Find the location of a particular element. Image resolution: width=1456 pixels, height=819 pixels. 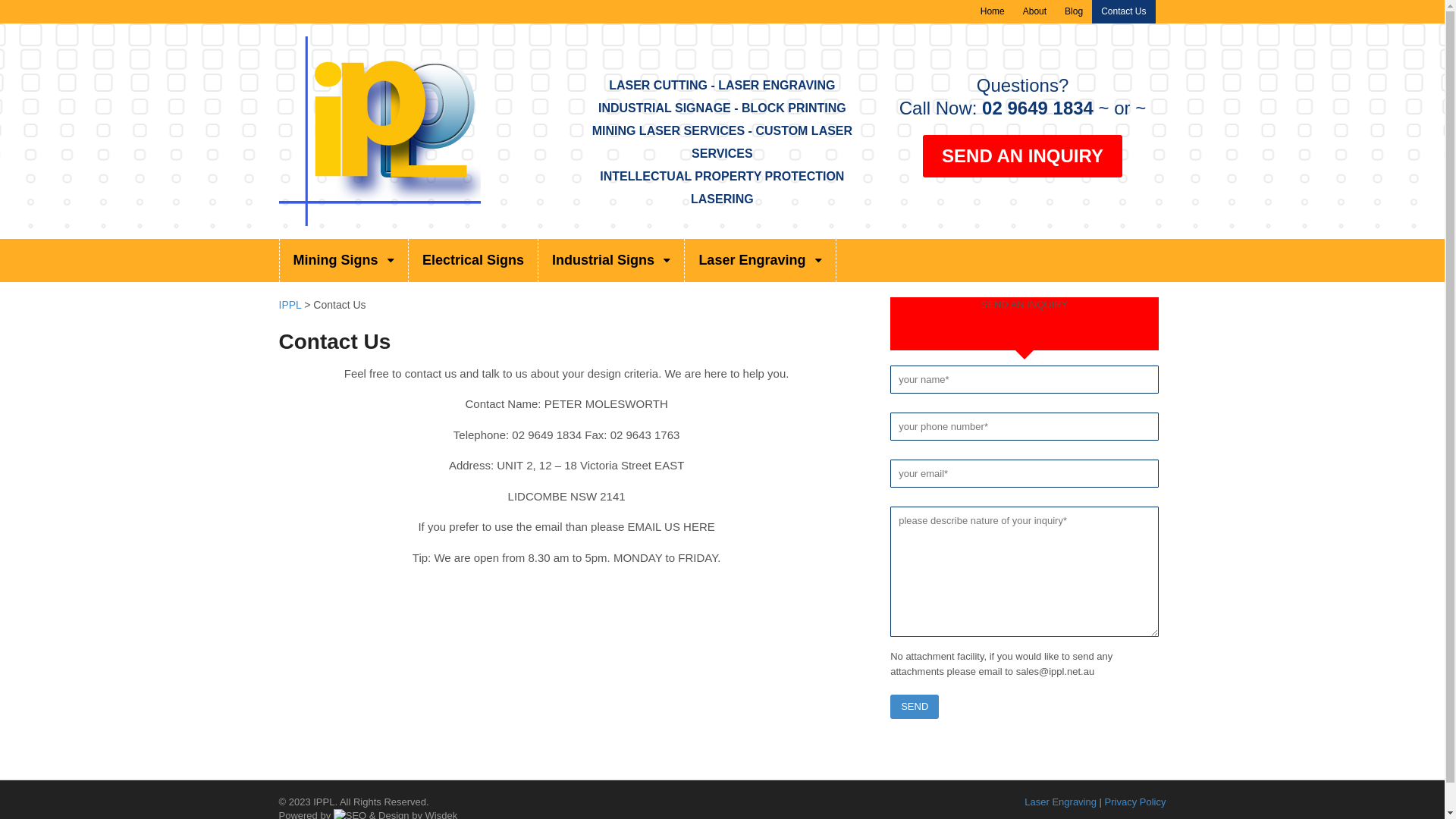

'Home' is located at coordinates (971, 11).